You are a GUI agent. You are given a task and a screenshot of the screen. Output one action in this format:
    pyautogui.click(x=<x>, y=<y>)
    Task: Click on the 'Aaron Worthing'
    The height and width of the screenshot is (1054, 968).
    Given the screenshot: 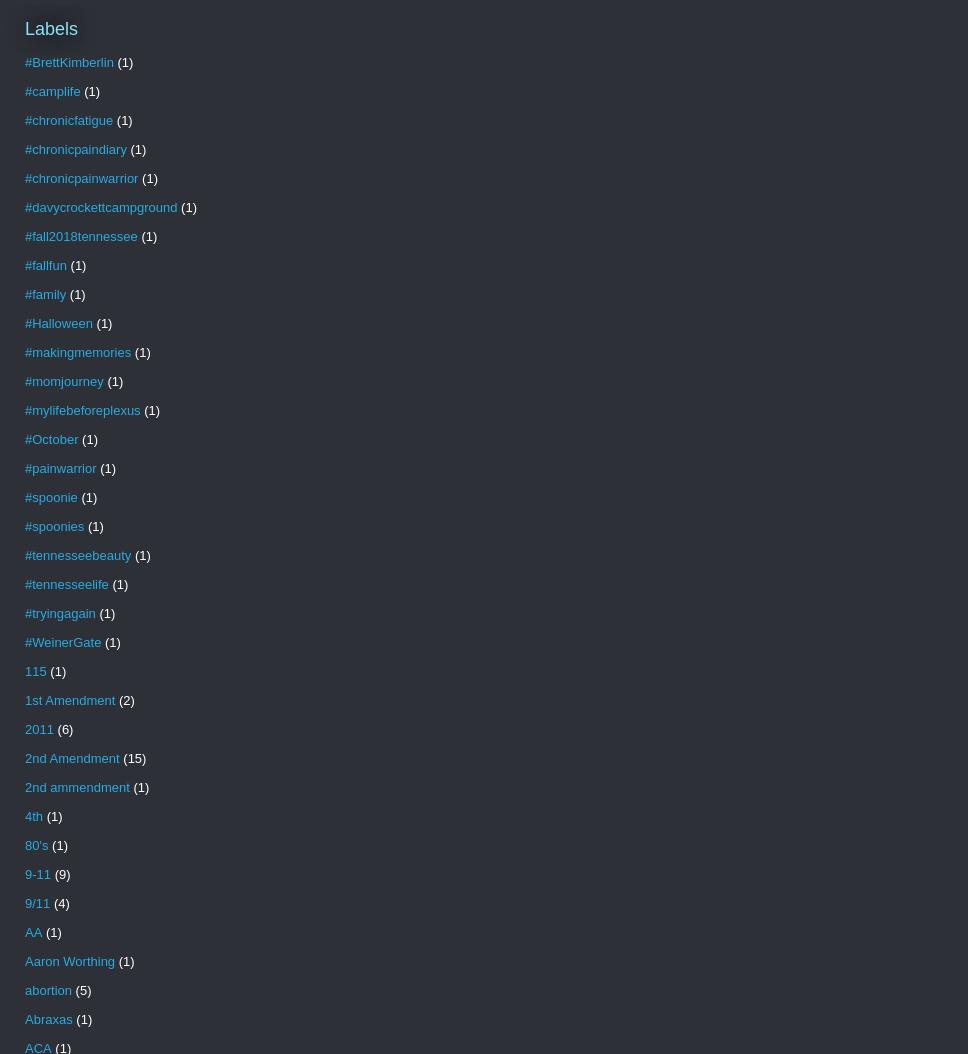 What is the action you would take?
    pyautogui.click(x=68, y=961)
    